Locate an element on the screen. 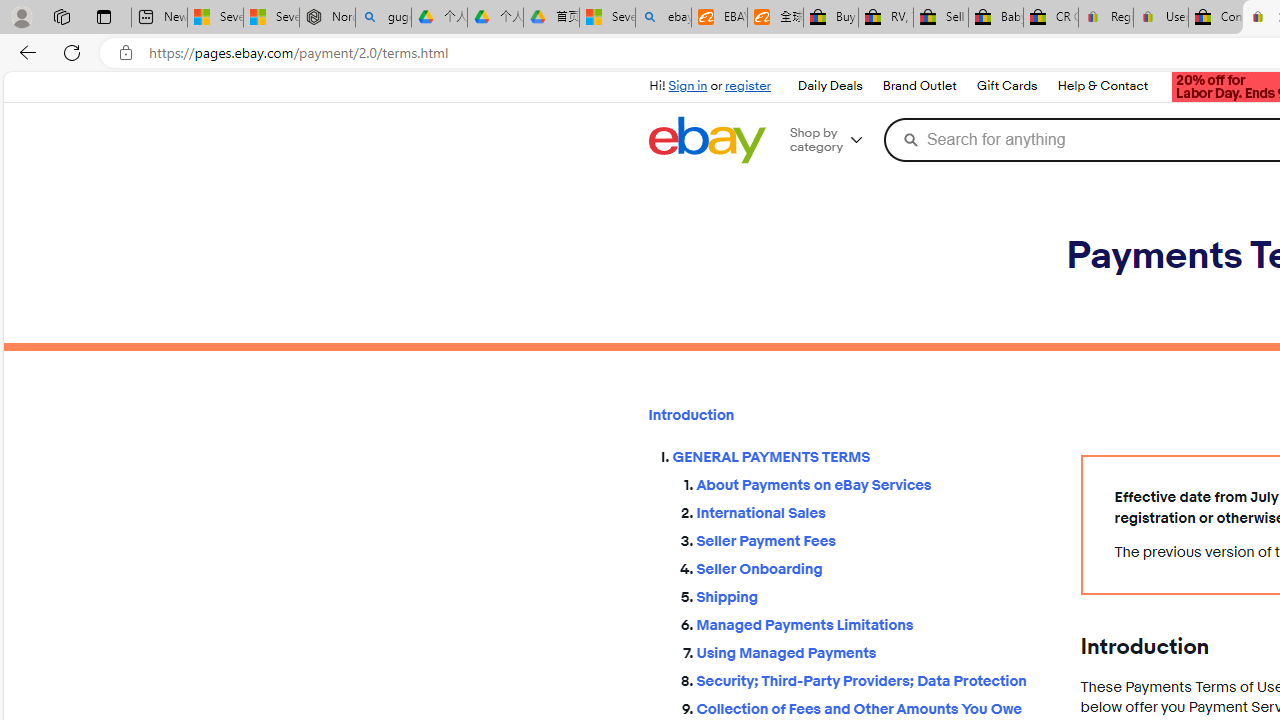  'Sign in' is located at coordinates (688, 85).